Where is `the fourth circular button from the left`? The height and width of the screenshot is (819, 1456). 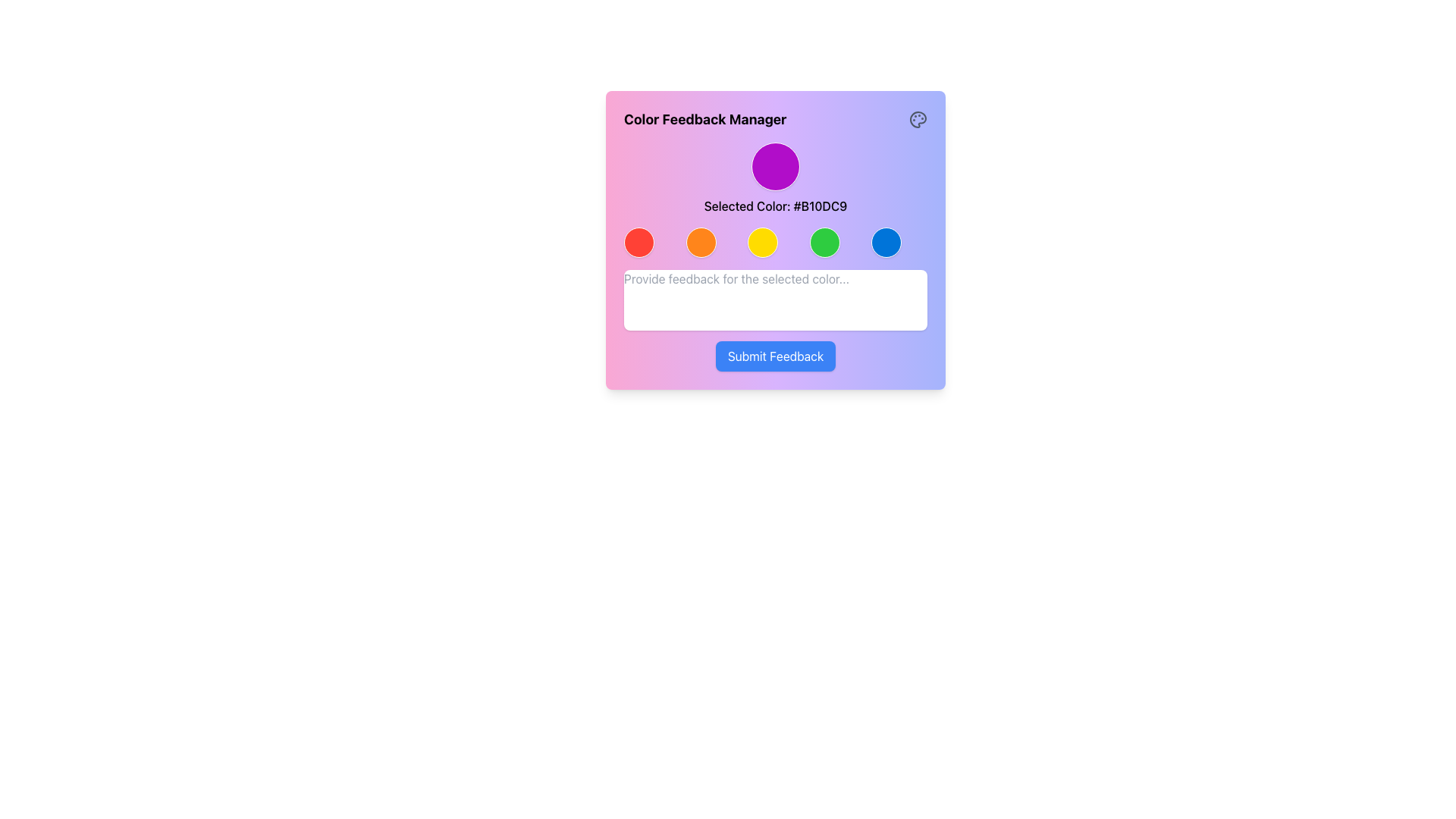
the fourth circular button from the left is located at coordinates (824, 242).